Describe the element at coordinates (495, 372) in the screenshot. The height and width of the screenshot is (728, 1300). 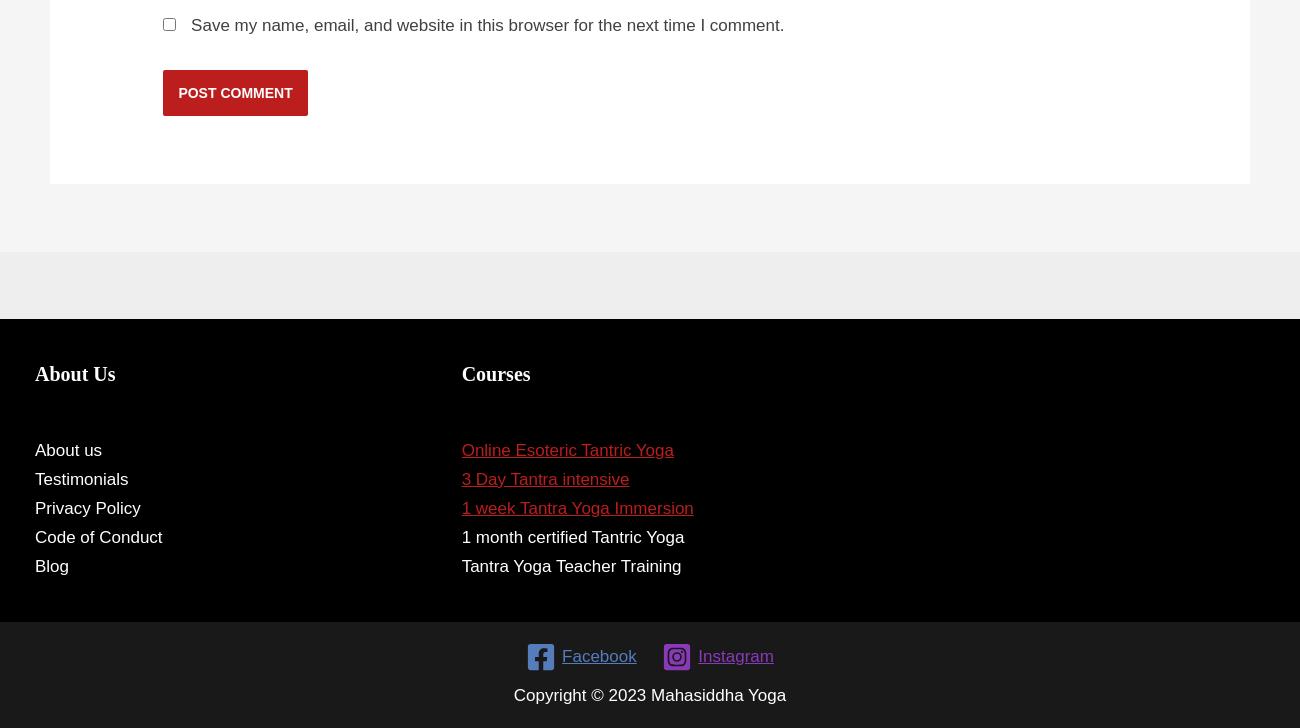
I see `'Courses'` at that location.